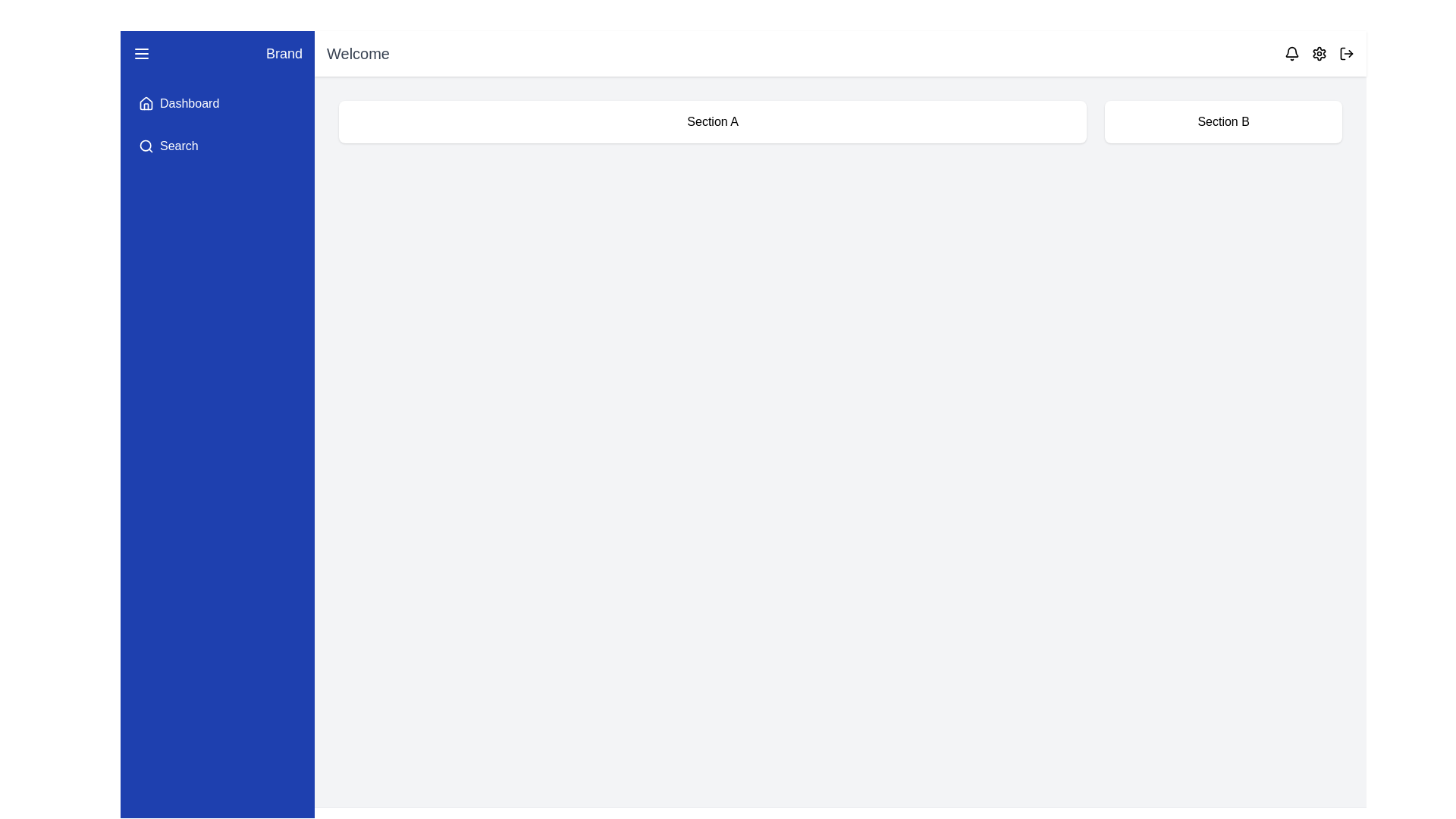 The width and height of the screenshot is (1456, 819). I want to click on the hamburger menu icon, which consists of three horizontally aligned white lines on a blue background, so click(142, 52).